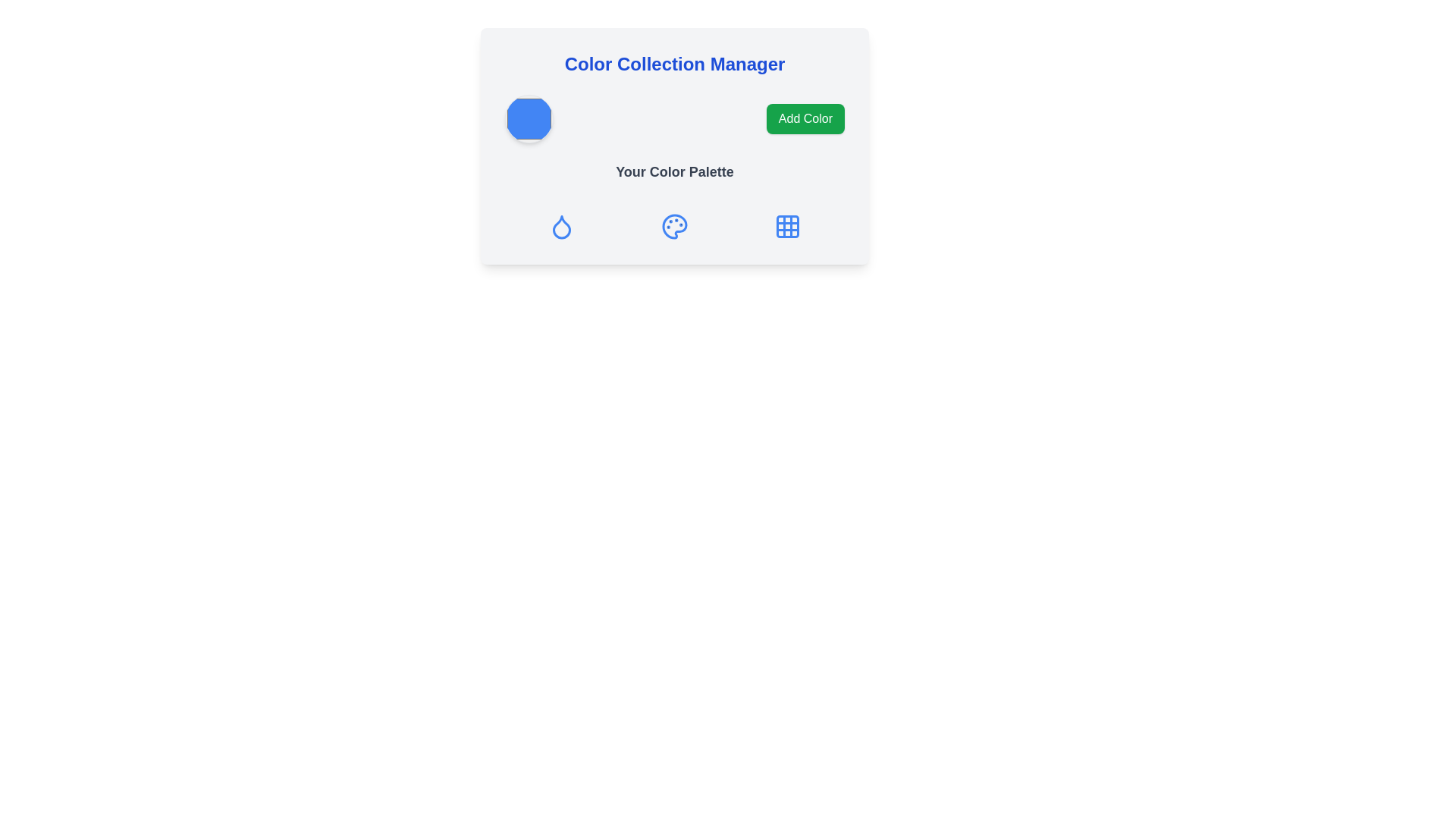  Describe the element at coordinates (560, 227) in the screenshot. I see `the first icon in the 'Your Color Palette' section, which symbolizes a droplet or water-related feature` at that location.